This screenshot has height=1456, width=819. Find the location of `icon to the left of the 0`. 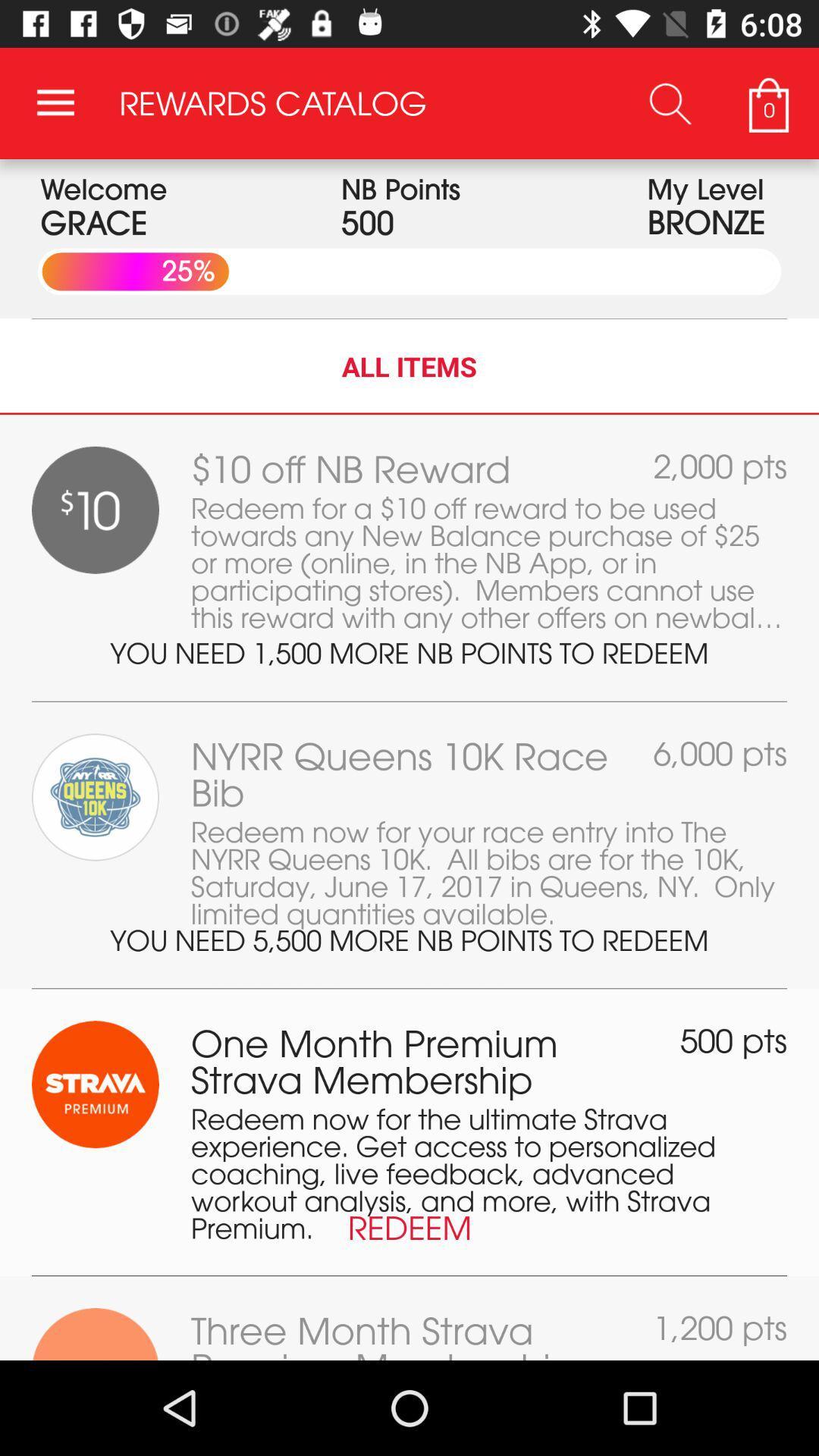

icon to the left of the 0 is located at coordinates (670, 102).